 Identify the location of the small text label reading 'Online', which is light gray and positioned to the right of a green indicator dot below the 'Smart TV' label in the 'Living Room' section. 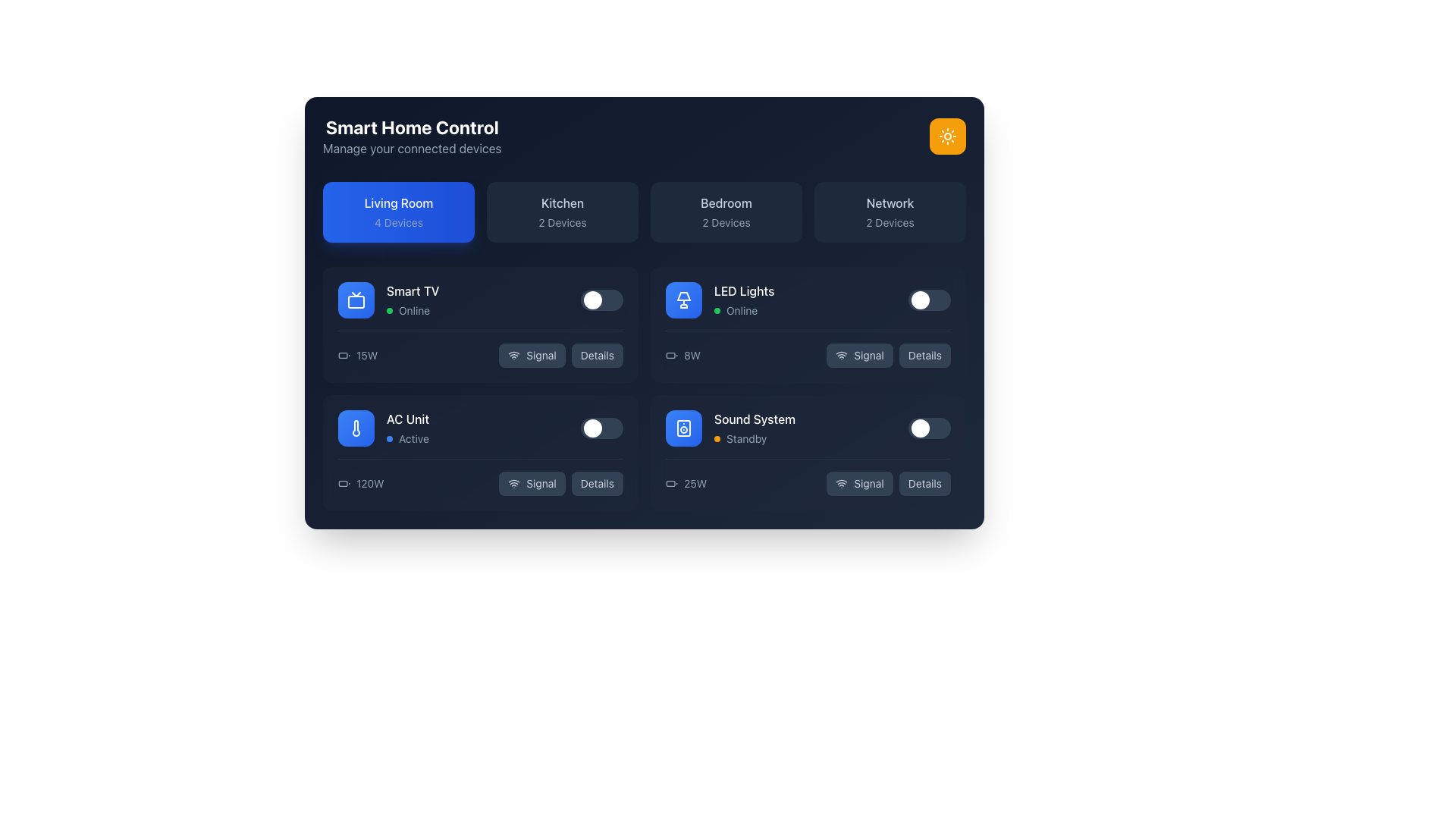
(414, 309).